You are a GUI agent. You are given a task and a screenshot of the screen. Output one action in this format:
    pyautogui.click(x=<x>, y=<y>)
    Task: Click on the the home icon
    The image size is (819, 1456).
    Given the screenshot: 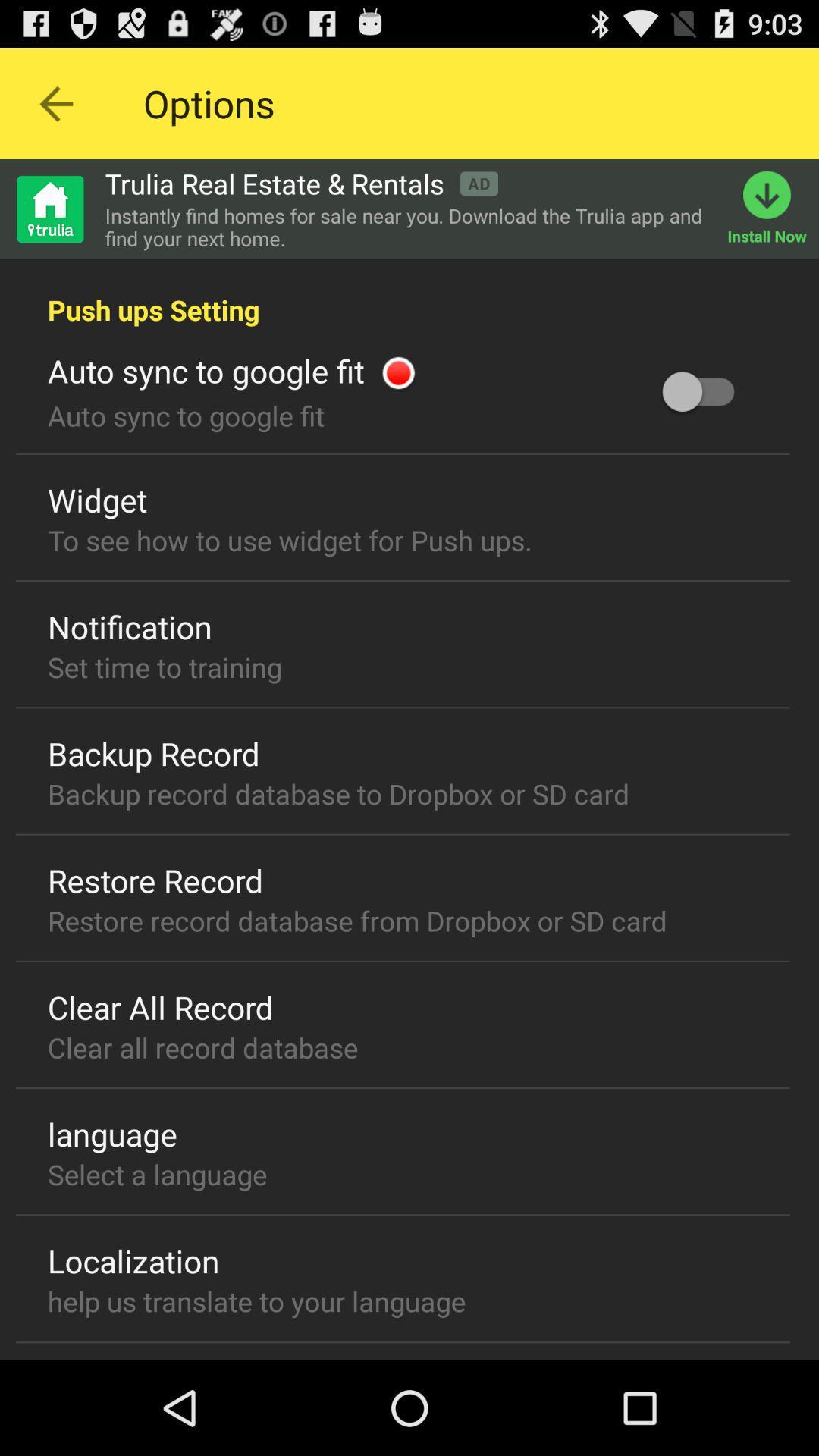 What is the action you would take?
    pyautogui.click(x=49, y=222)
    